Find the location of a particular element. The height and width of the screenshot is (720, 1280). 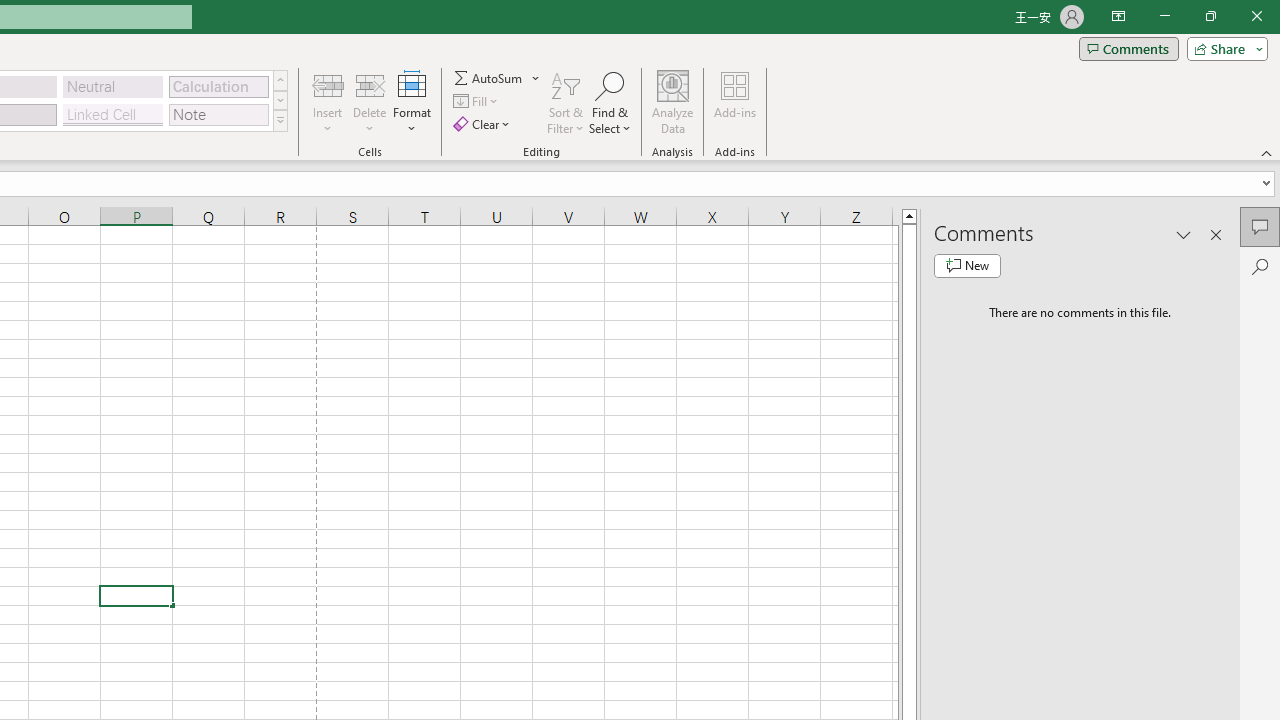

'Insert' is located at coordinates (328, 103).